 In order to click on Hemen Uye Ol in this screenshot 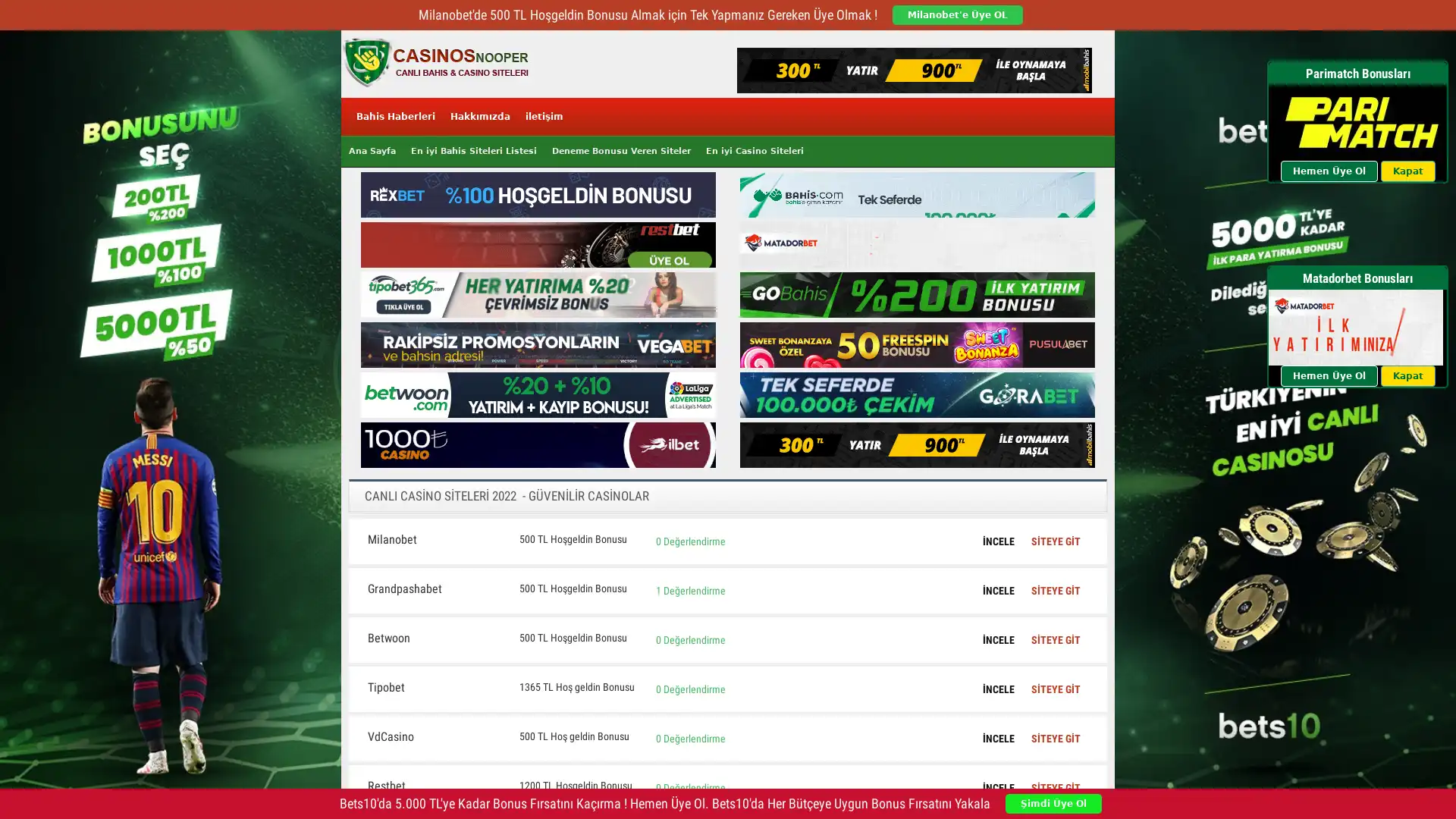, I will do `click(1328, 375)`.